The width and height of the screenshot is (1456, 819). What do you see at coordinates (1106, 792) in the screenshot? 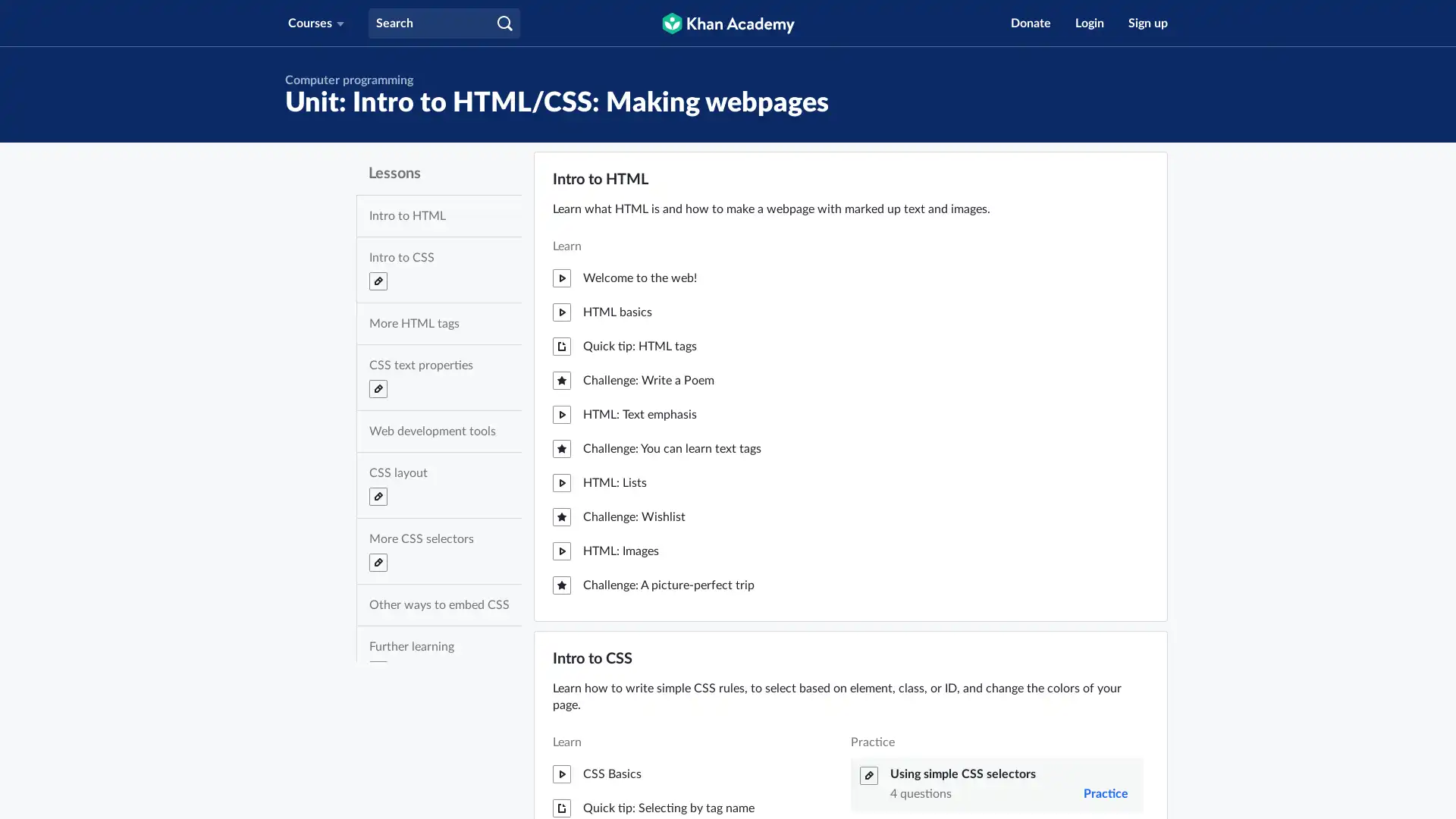
I see `Practice` at bounding box center [1106, 792].